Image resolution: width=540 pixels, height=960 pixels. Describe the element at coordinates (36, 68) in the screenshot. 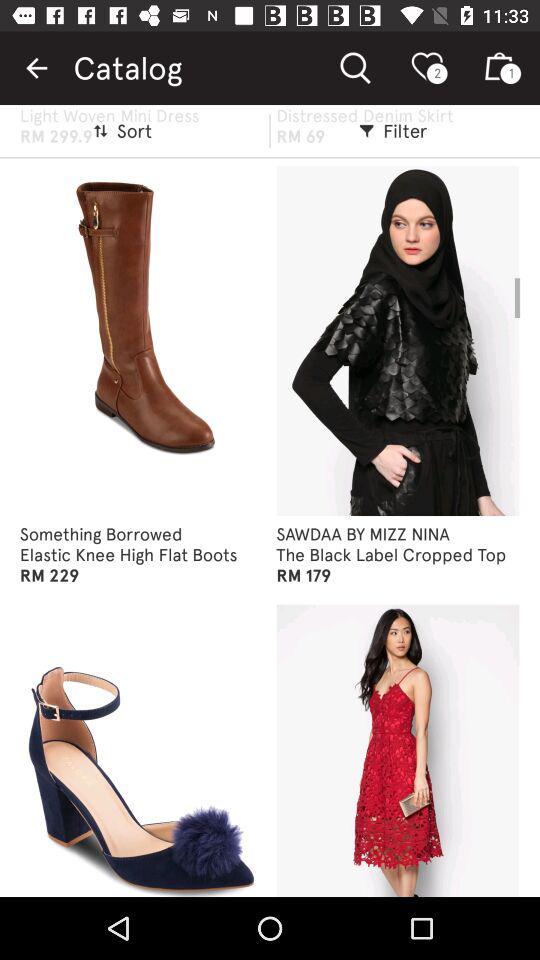

I see `the icon to the left of the catalog item` at that location.